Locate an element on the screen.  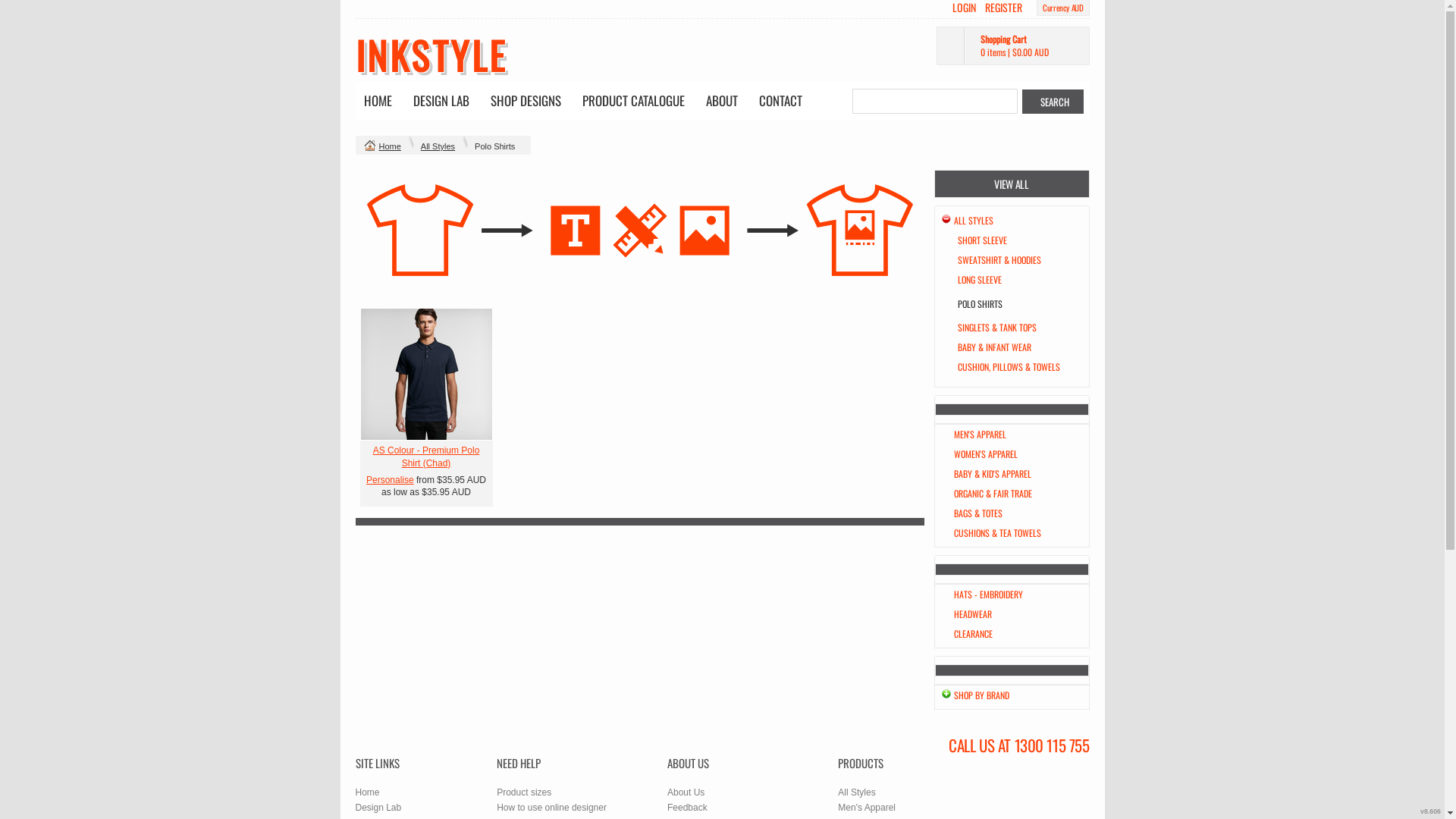
'BABY & INFANT WEAR' is located at coordinates (993, 347).